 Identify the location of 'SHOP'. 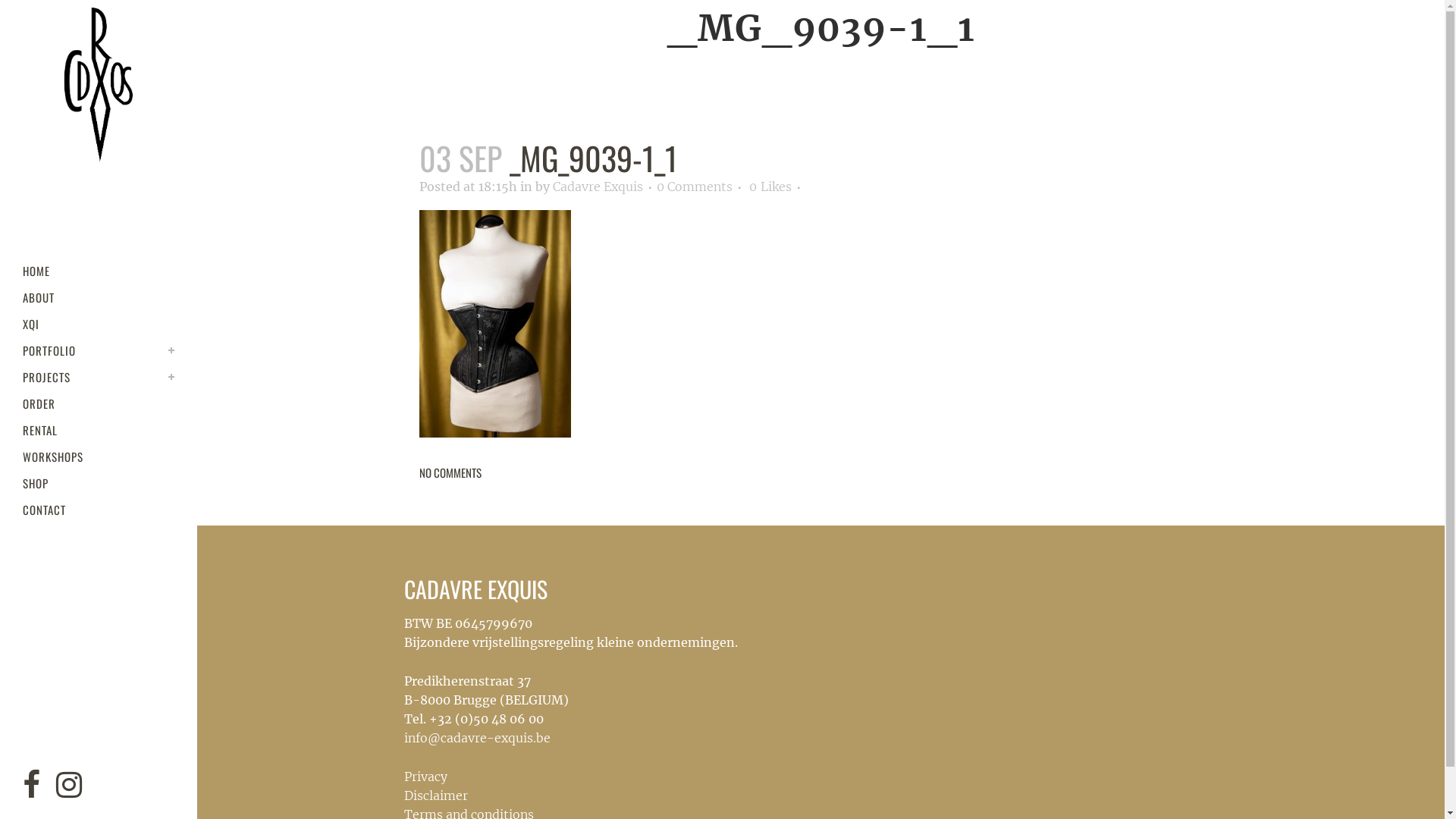
(97, 483).